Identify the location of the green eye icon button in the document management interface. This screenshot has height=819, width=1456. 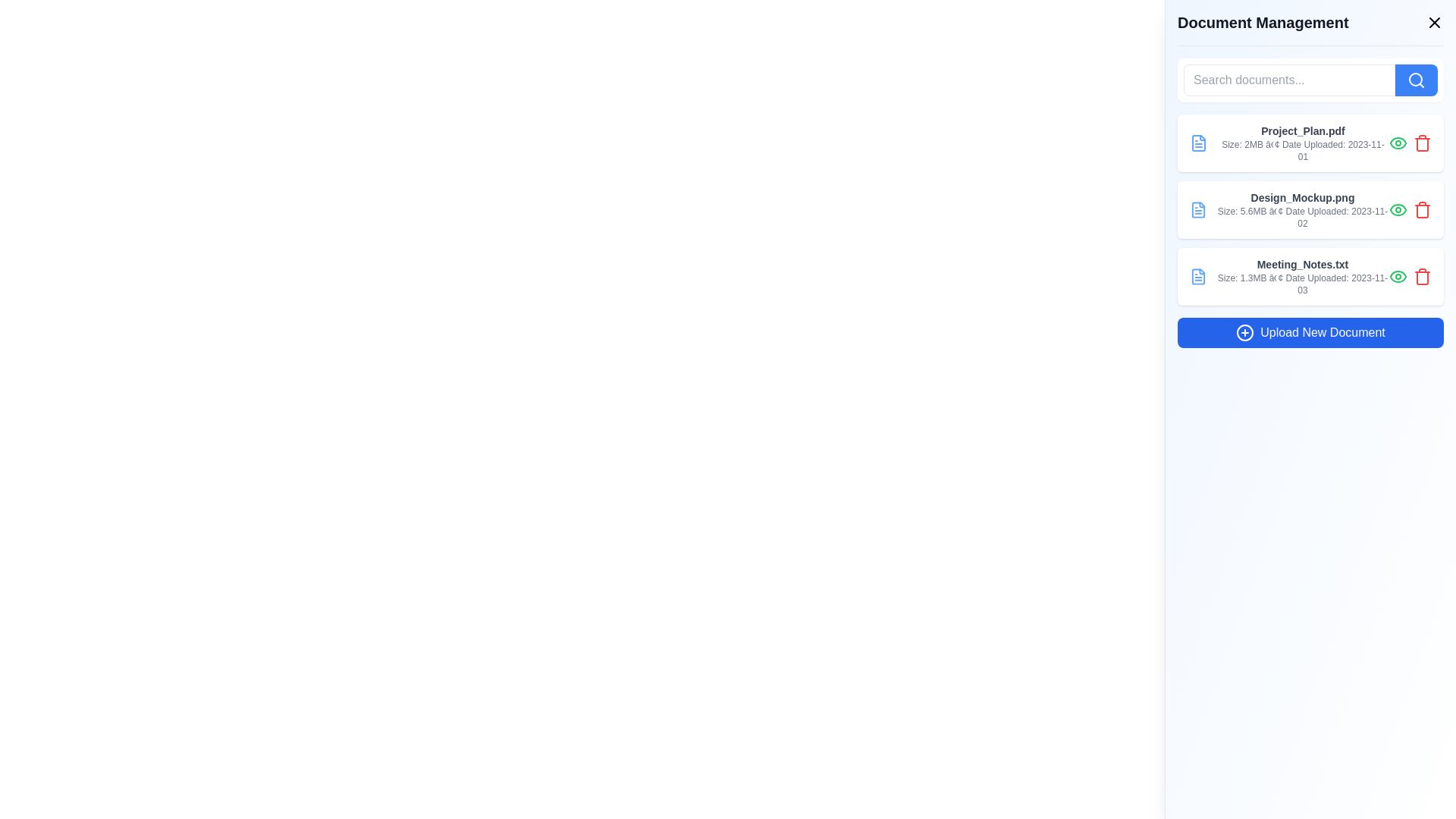
(1397, 143).